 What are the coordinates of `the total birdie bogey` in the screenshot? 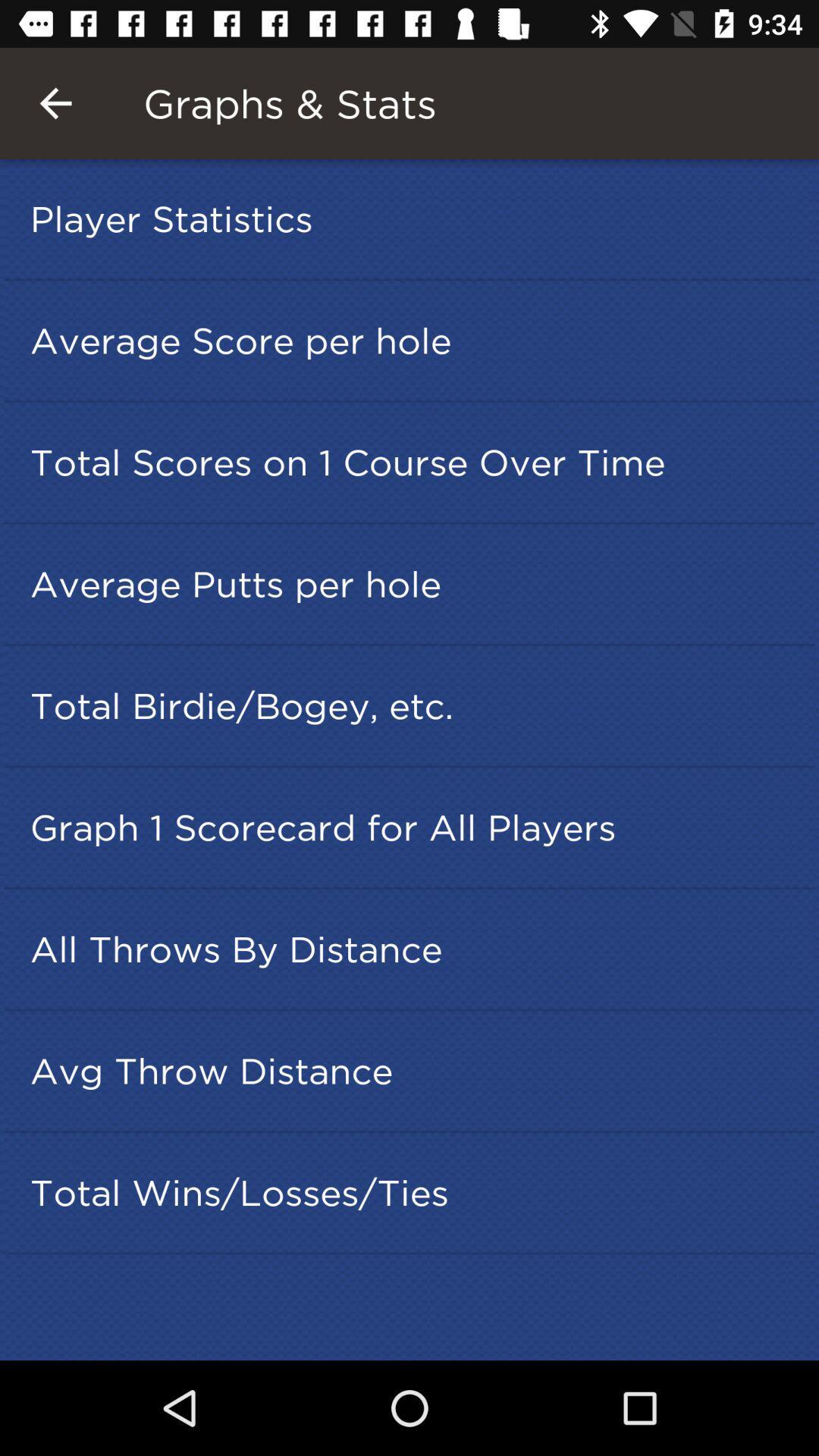 It's located at (414, 704).